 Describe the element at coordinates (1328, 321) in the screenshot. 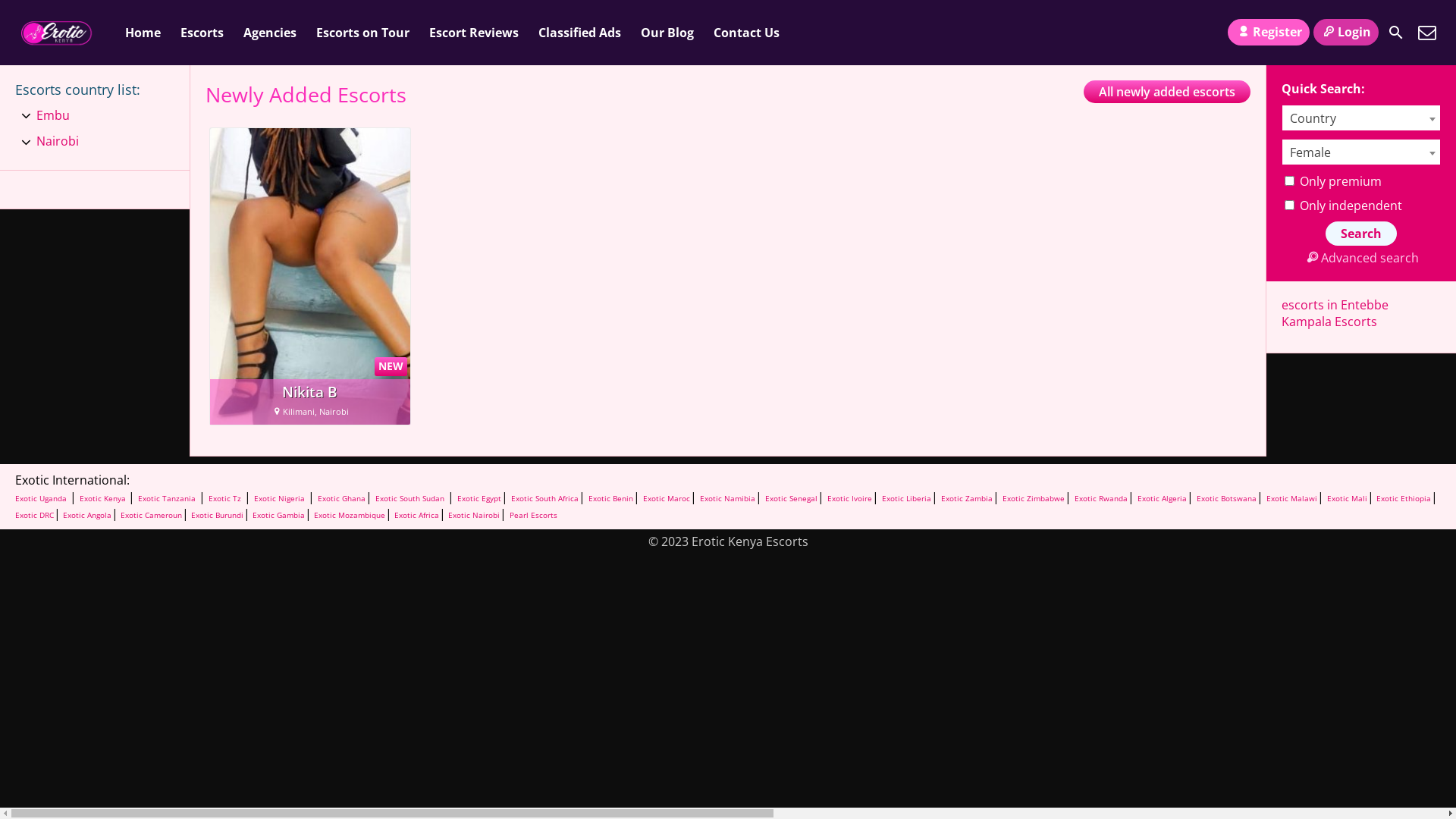

I see `'Kampala Escorts'` at that location.